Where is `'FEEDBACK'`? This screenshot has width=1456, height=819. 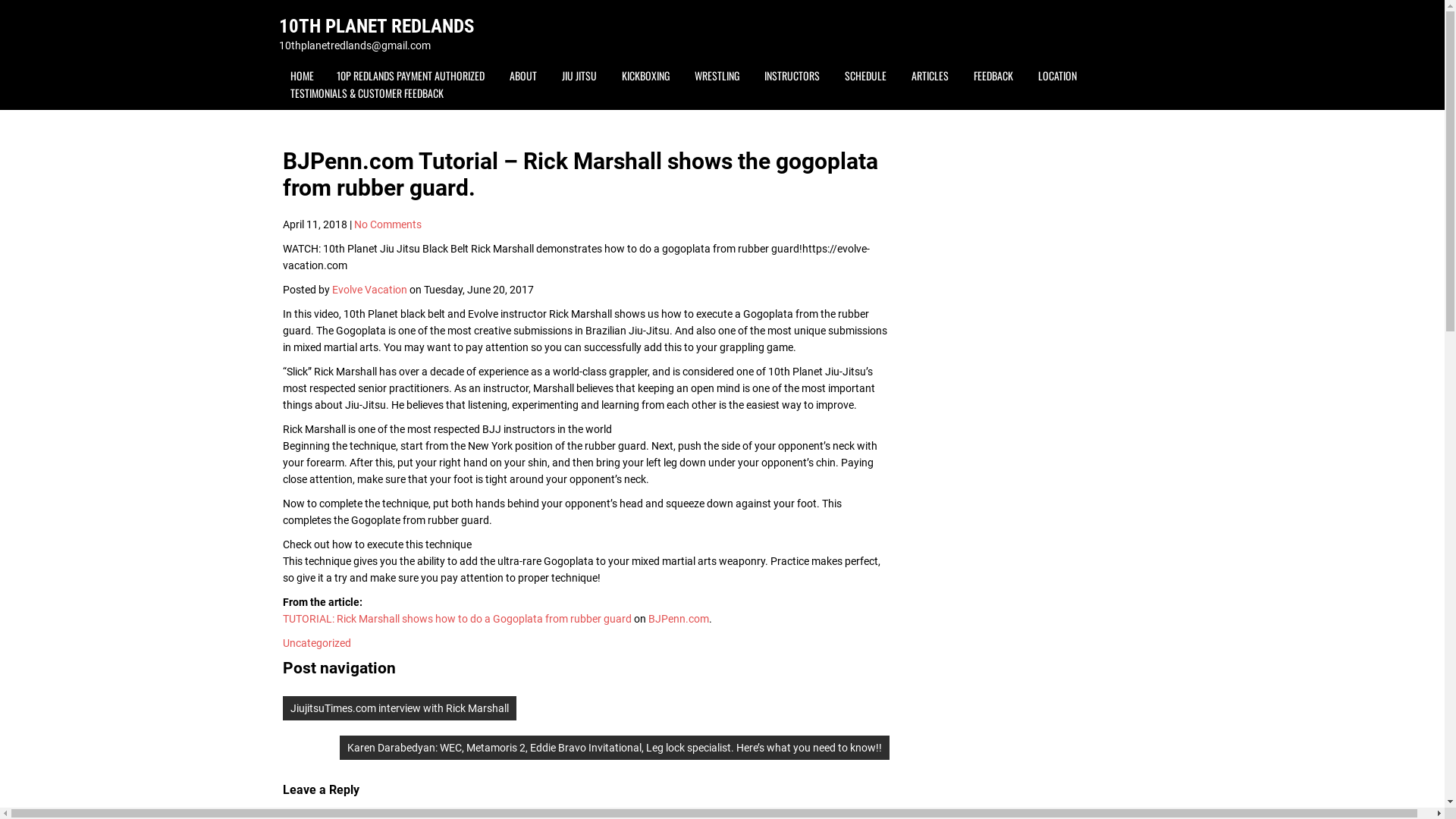
'FEEDBACK' is located at coordinates (993, 75).